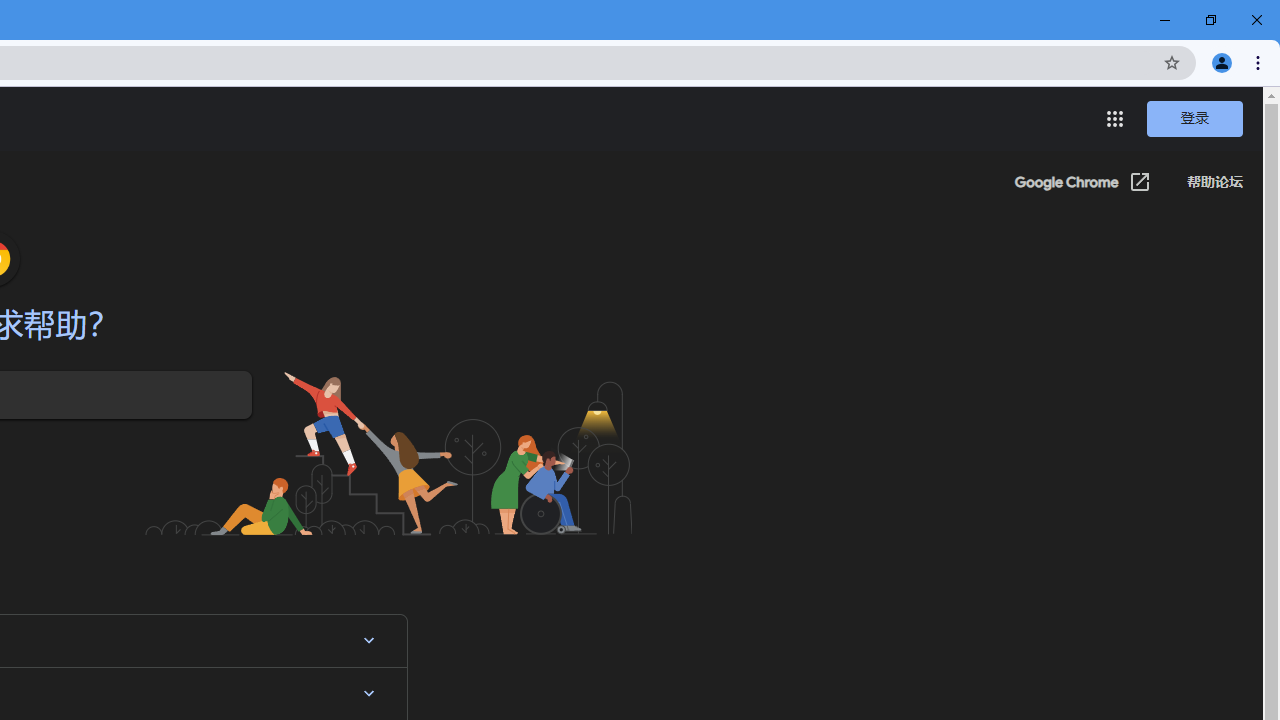  Describe the element at coordinates (1259, 61) in the screenshot. I see `'Chrome'` at that location.